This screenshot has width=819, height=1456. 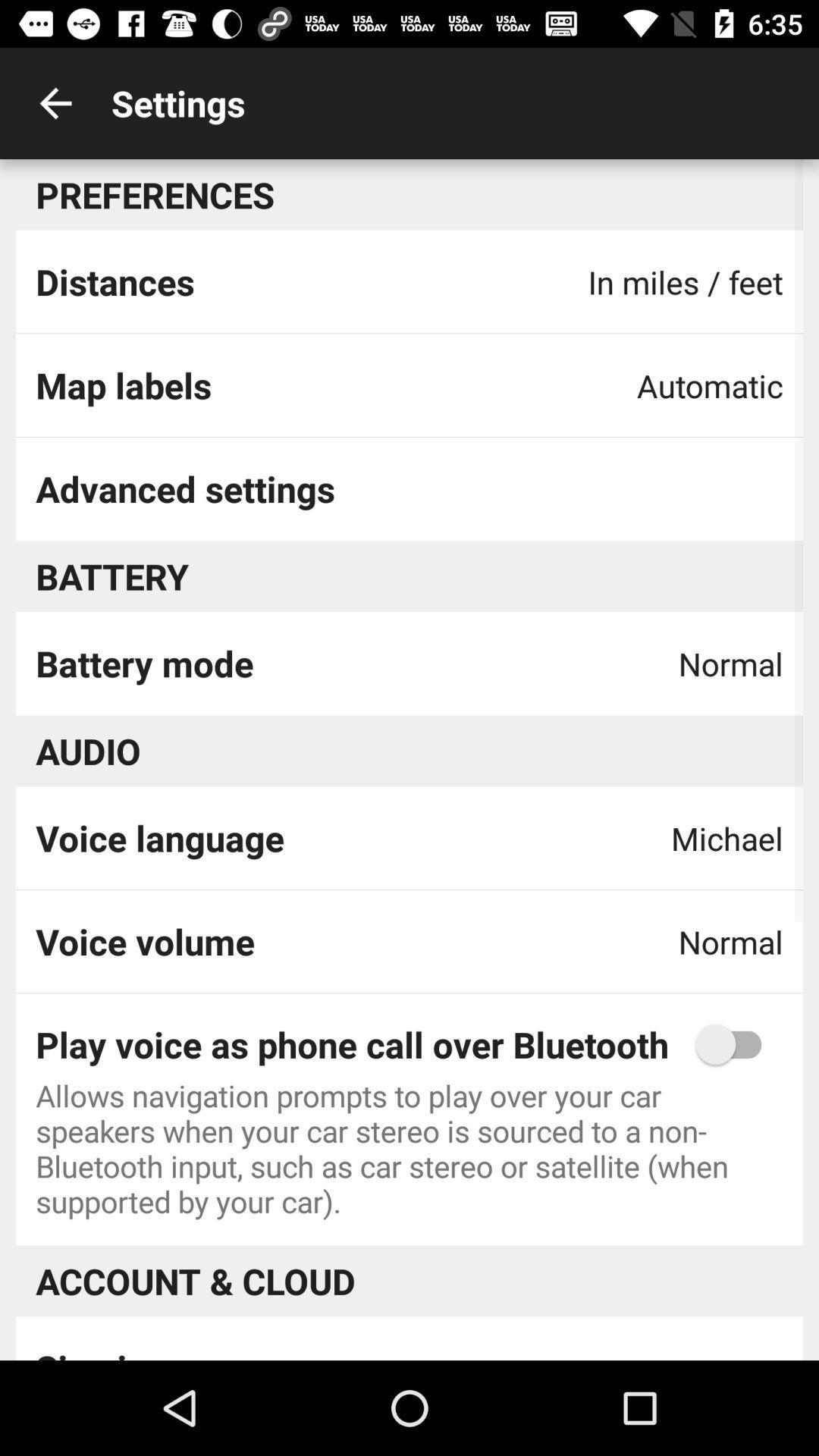 I want to click on the item next to the normal app, so click(x=144, y=663).